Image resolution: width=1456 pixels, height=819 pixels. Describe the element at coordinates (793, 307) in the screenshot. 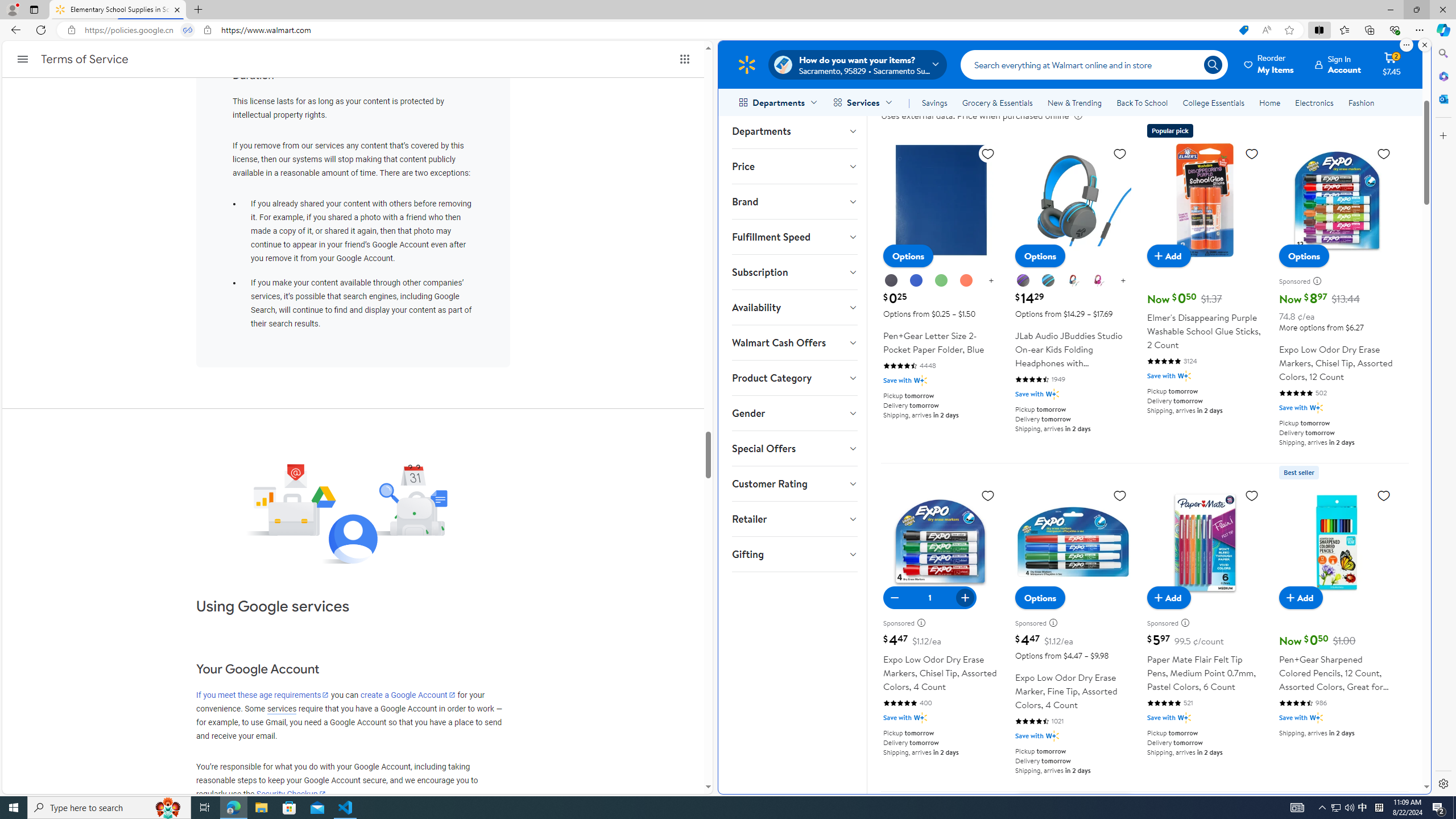

I see `'Availability'` at that location.